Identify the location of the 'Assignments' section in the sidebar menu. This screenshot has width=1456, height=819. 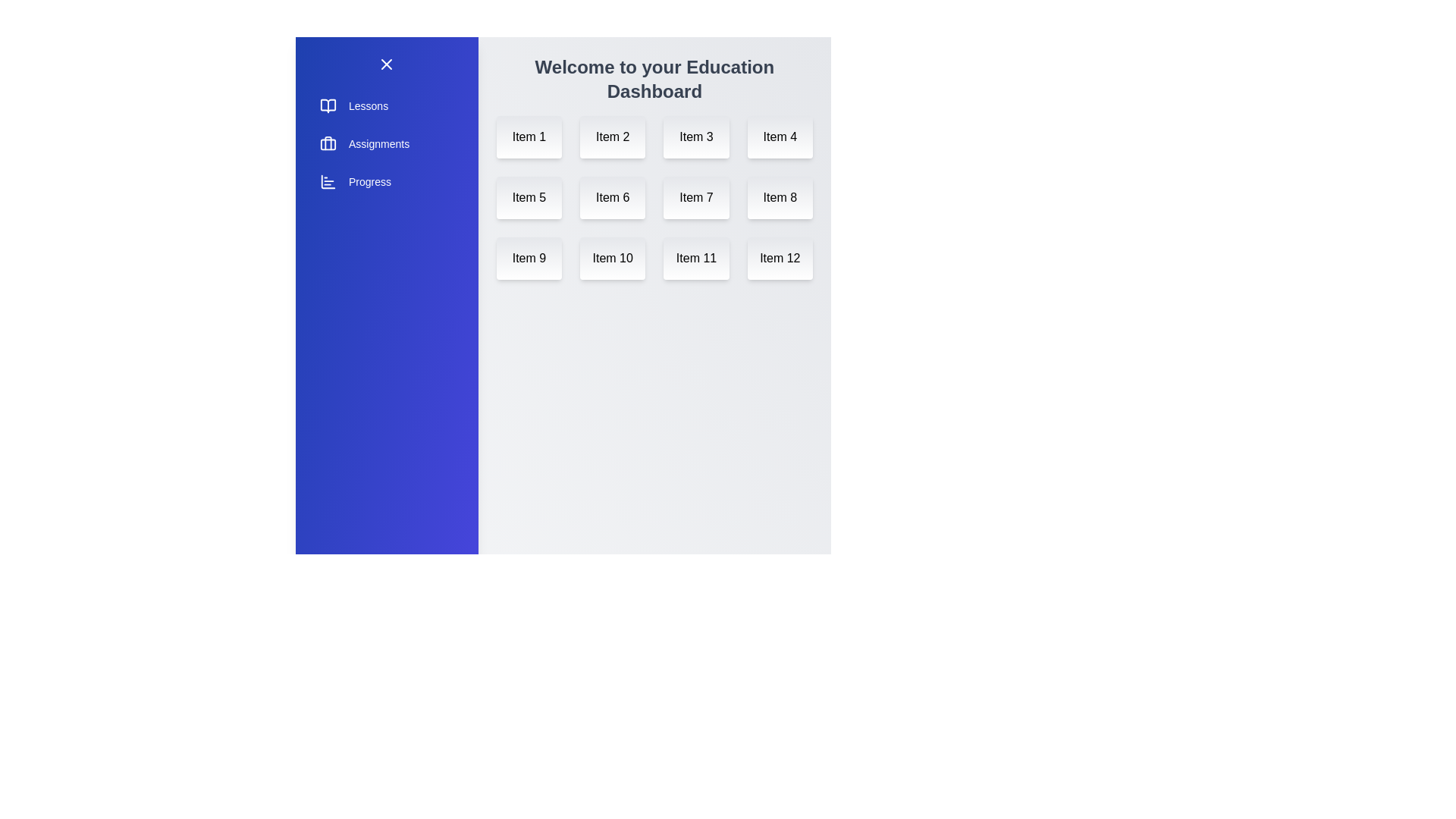
(387, 143).